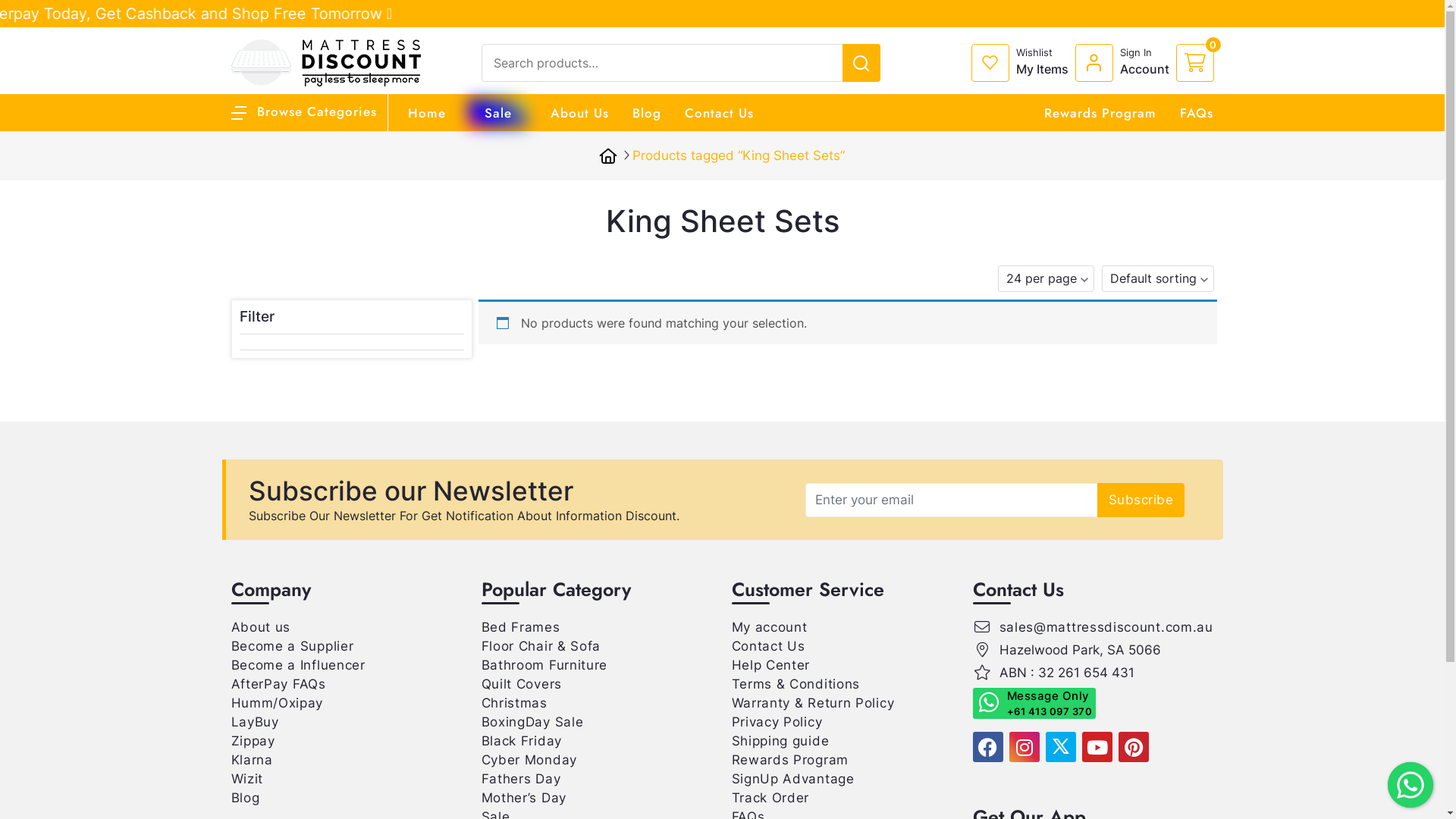 Image resolution: width=1456 pixels, height=819 pixels. What do you see at coordinates (541, 646) in the screenshot?
I see `'Floor Chair & Sofa'` at bounding box center [541, 646].